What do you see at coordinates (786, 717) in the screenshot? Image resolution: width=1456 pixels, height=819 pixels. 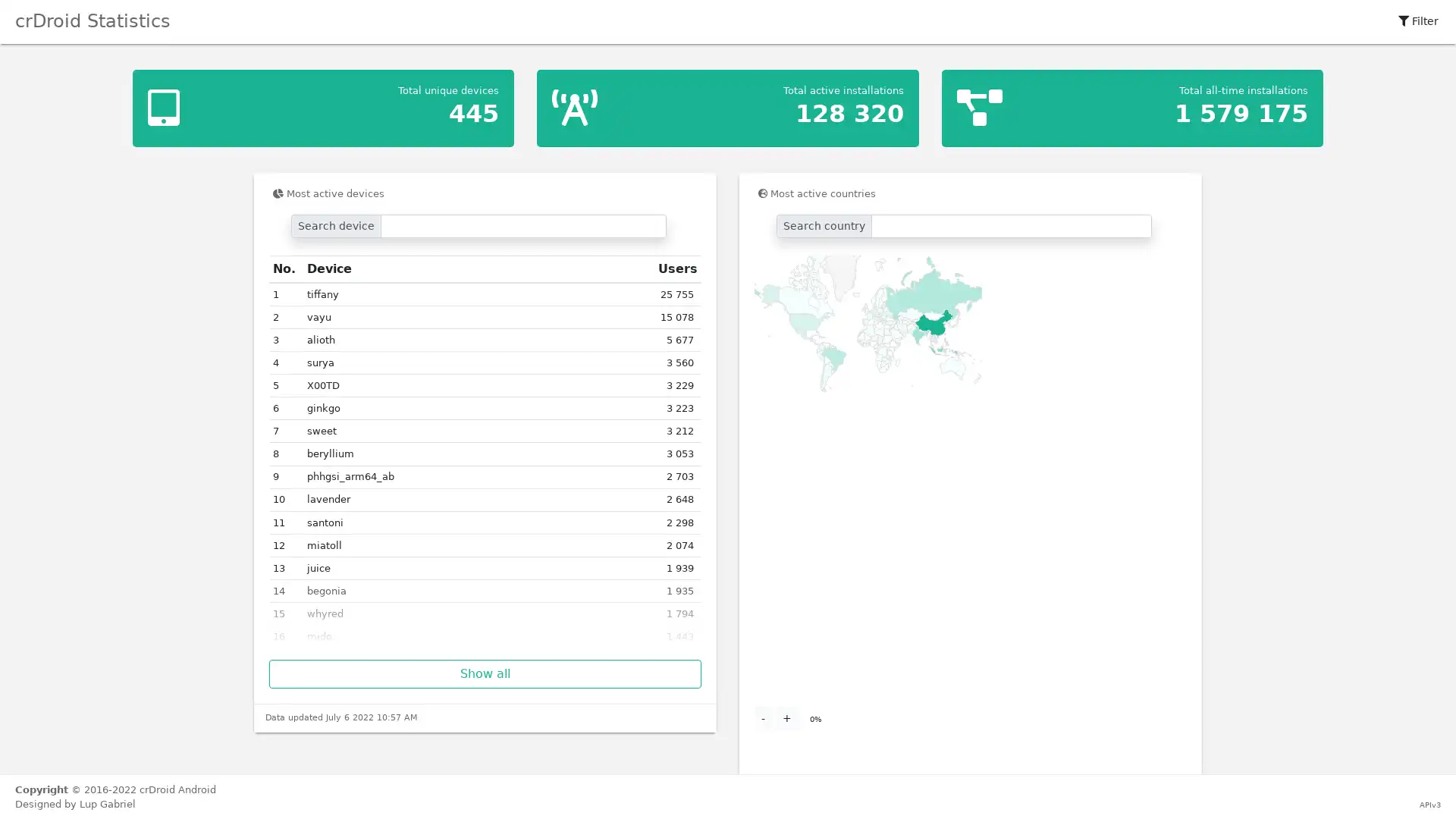 I see `+` at bounding box center [786, 717].